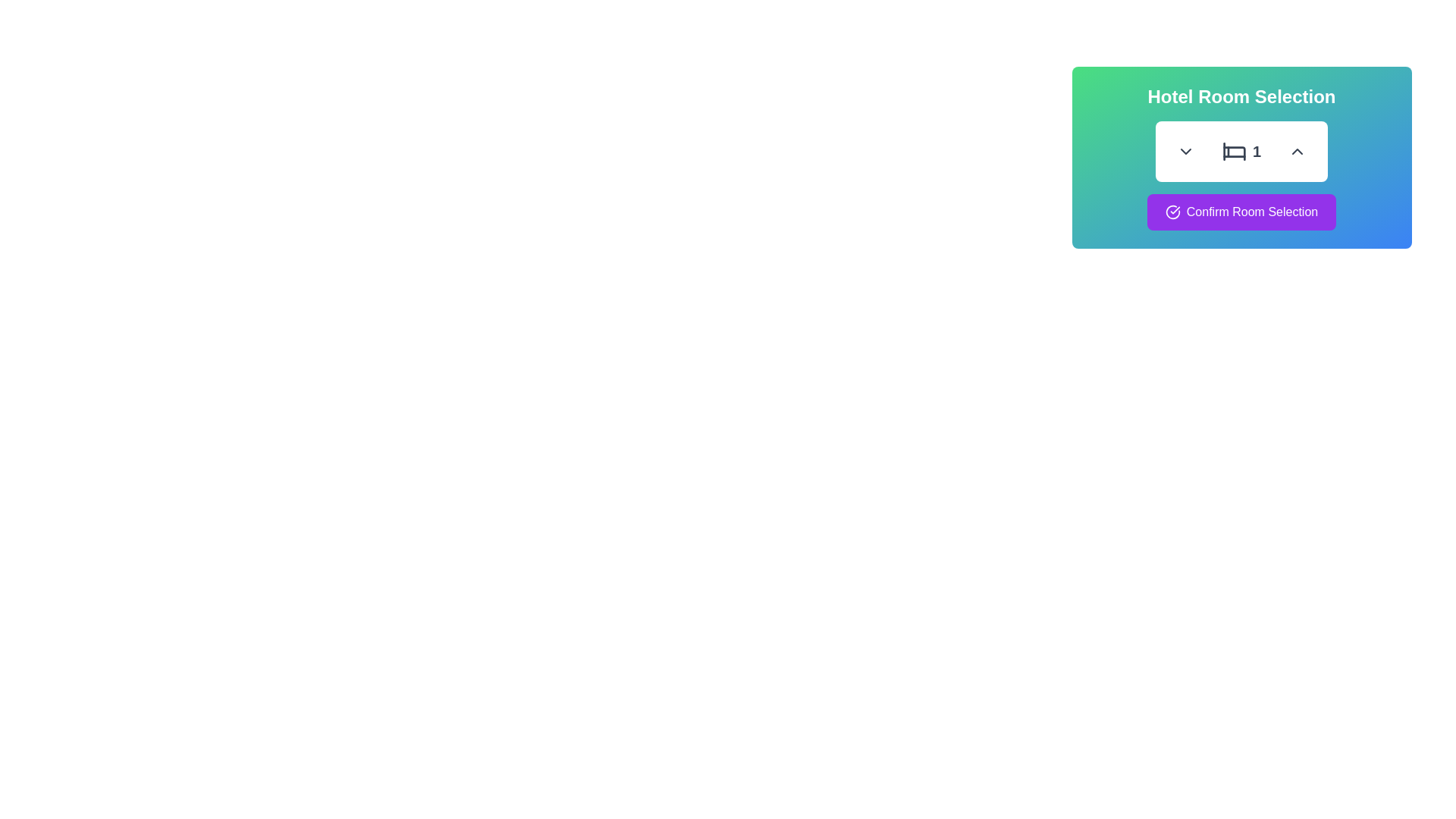 This screenshot has height=819, width=1456. I want to click on the rounded button with an upward-facing chevron icon located next to the number box marked '1' in the 'Hotel Room Selection' panel to increment the associated value, so click(1297, 152).